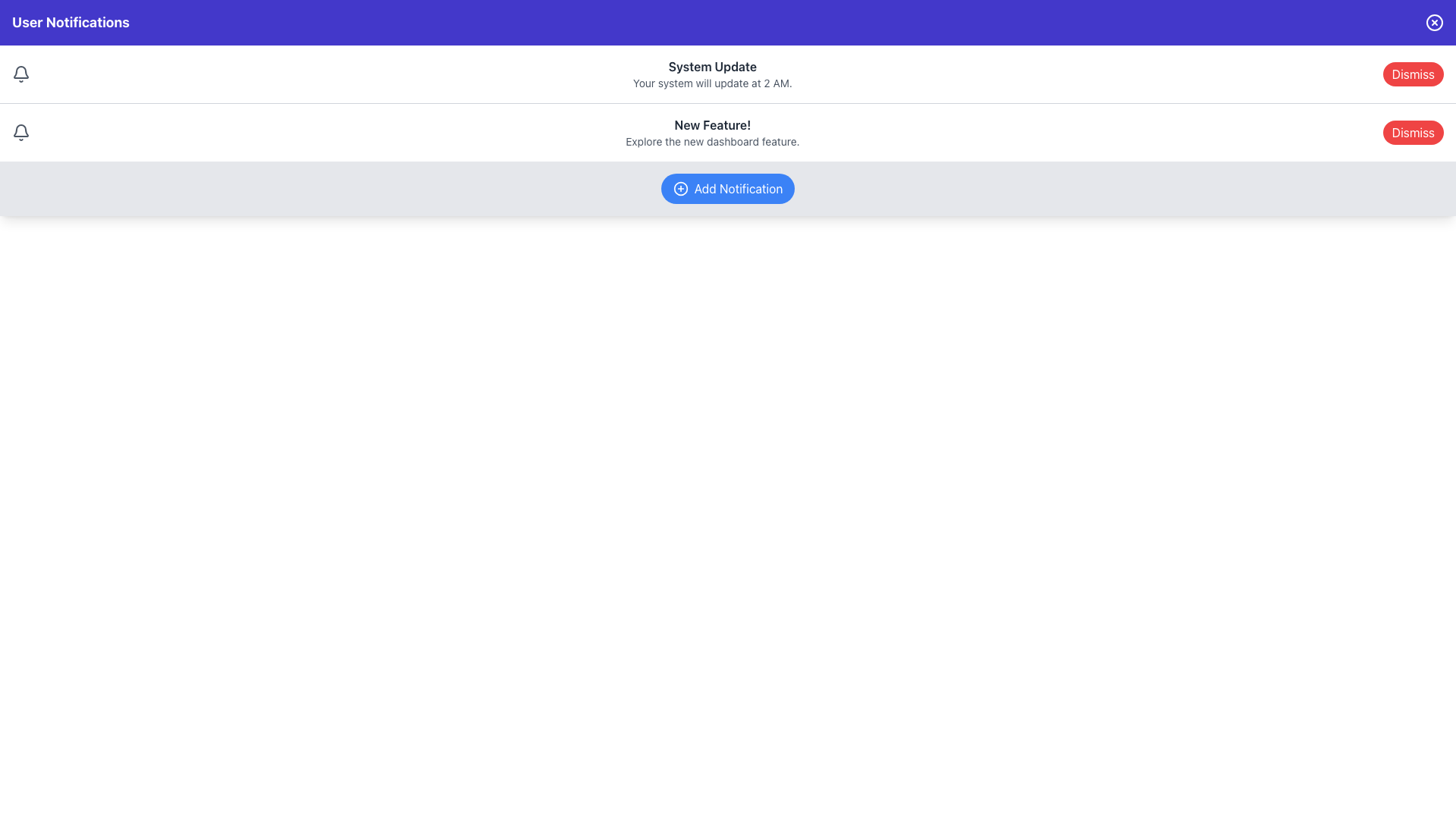 The width and height of the screenshot is (1456, 819). Describe the element at coordinates (711, 66) in the screenshot. I see `text label displaying 'System Update' which is styled in bold dark gray and positioned at the top of the notification card` at that location.